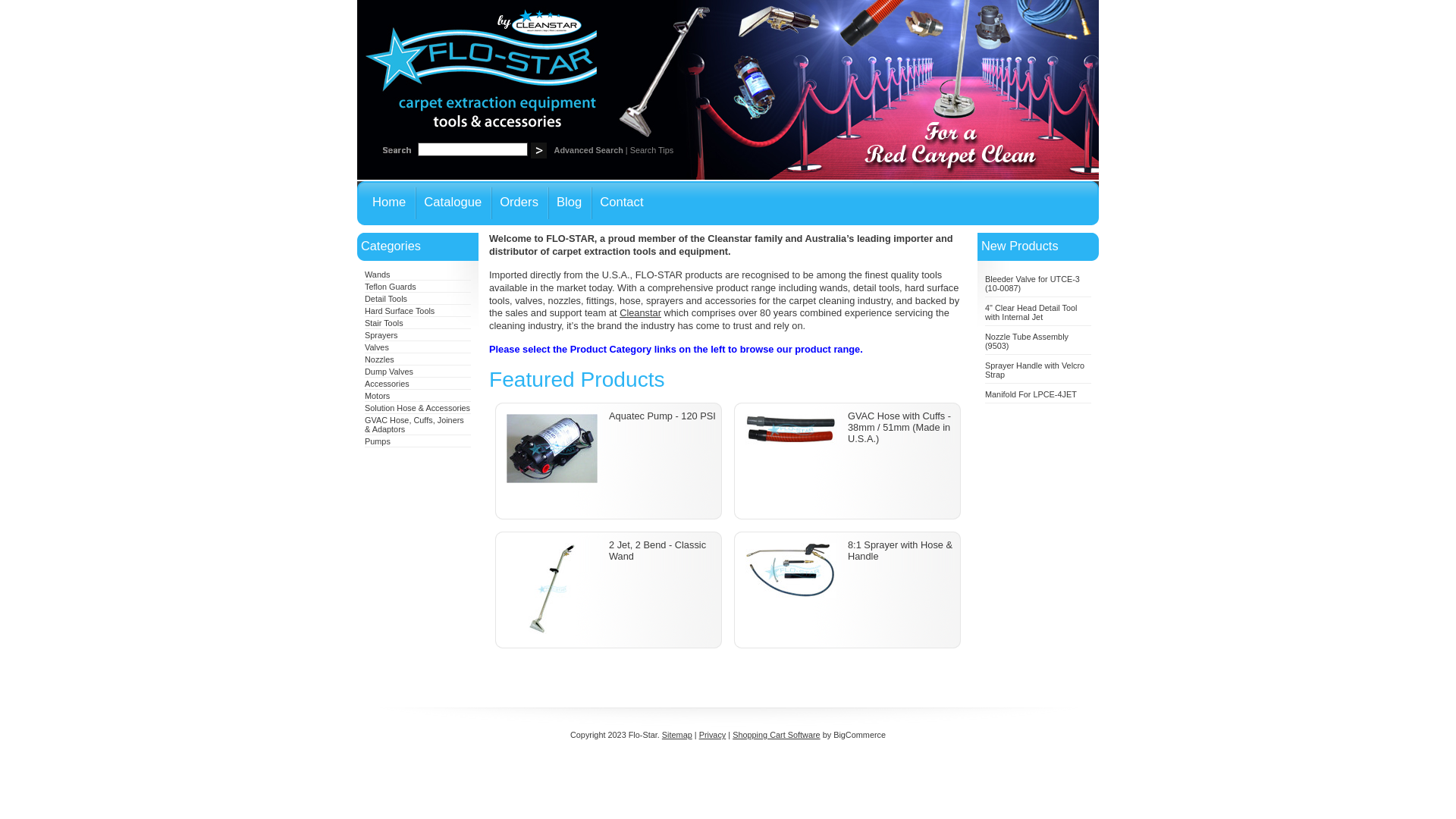  I want to click on 'Dump Valves', so click(389, 371).